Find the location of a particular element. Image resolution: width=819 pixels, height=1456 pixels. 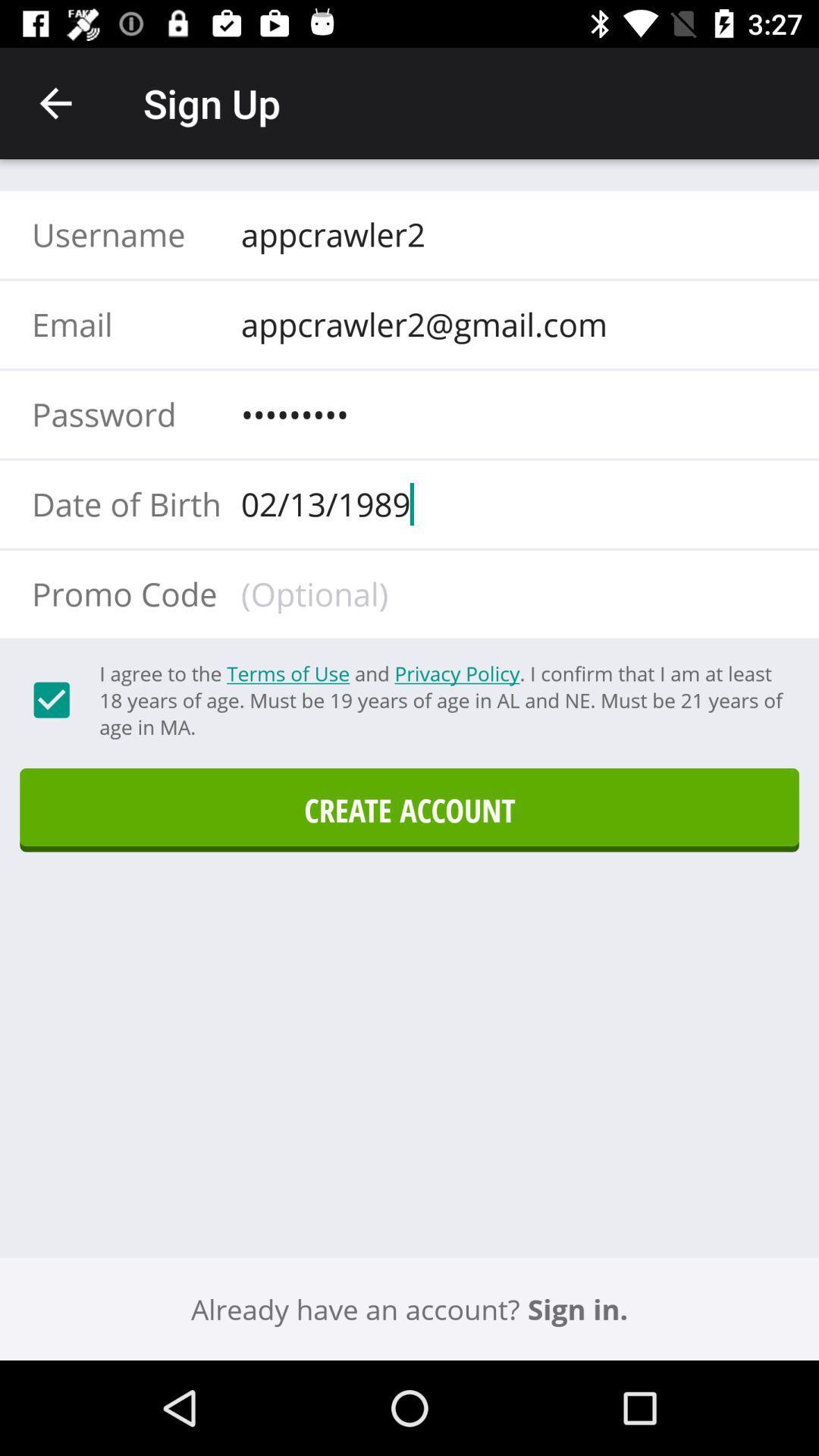

the item to the right of the email item is located at coordinates (509, 323).